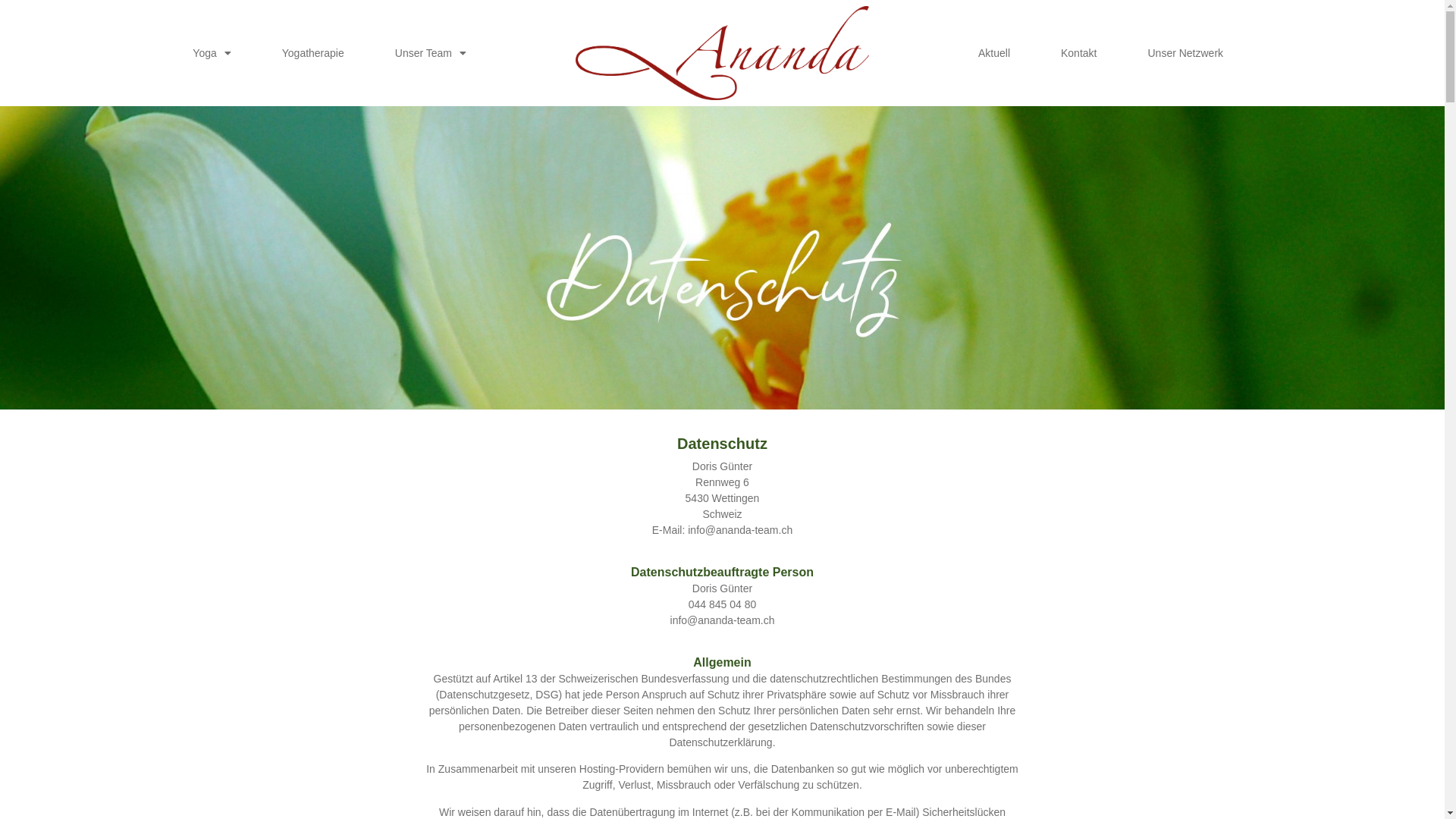  What do you see at coordinates (1044, 52) in the screenshot?
I see `'Kontakt'` at bounding box center [1044, 52].